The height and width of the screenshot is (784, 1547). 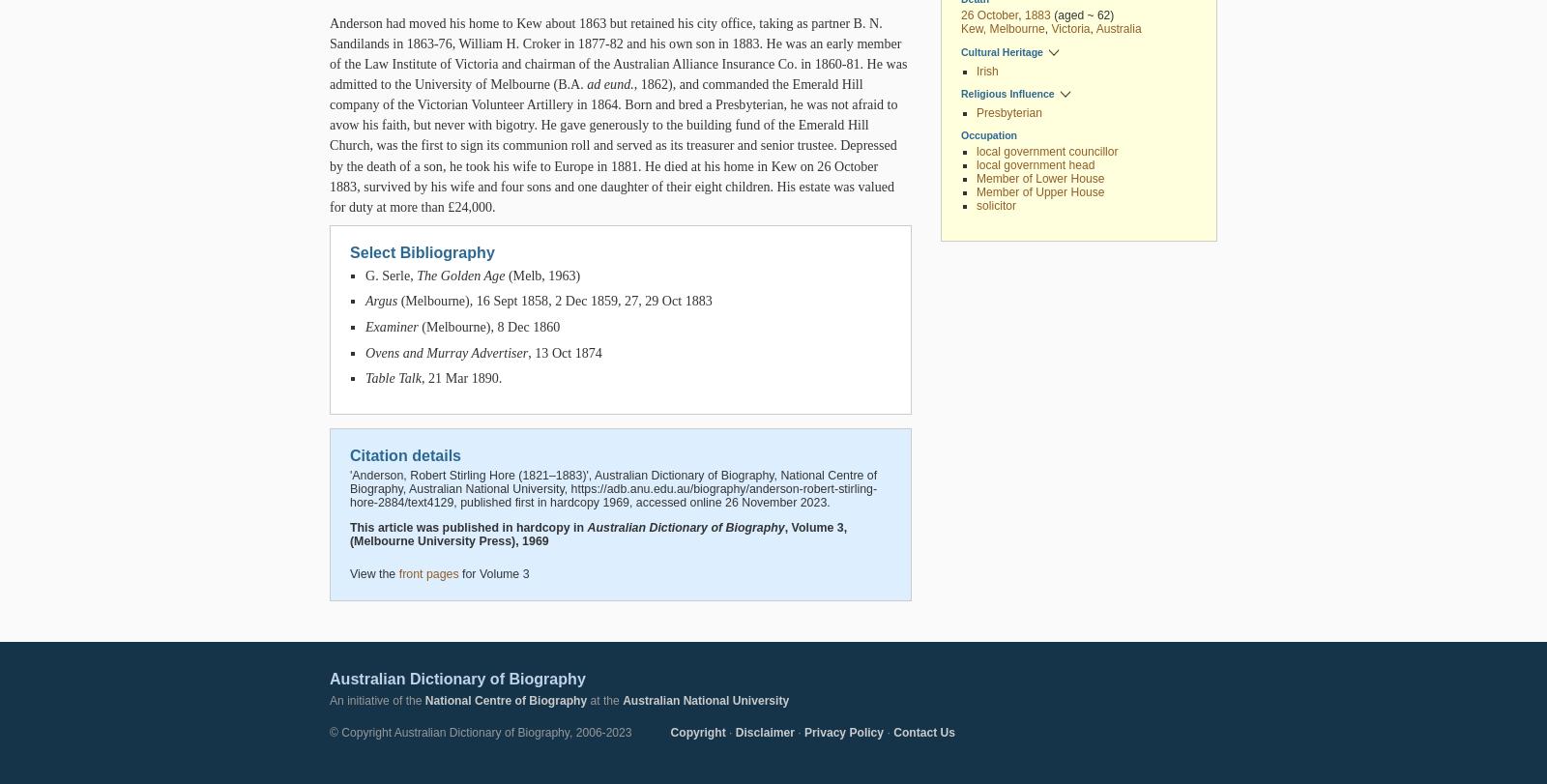 I want to click on ', 13 Oct 1874', so click(x=564, y=351).